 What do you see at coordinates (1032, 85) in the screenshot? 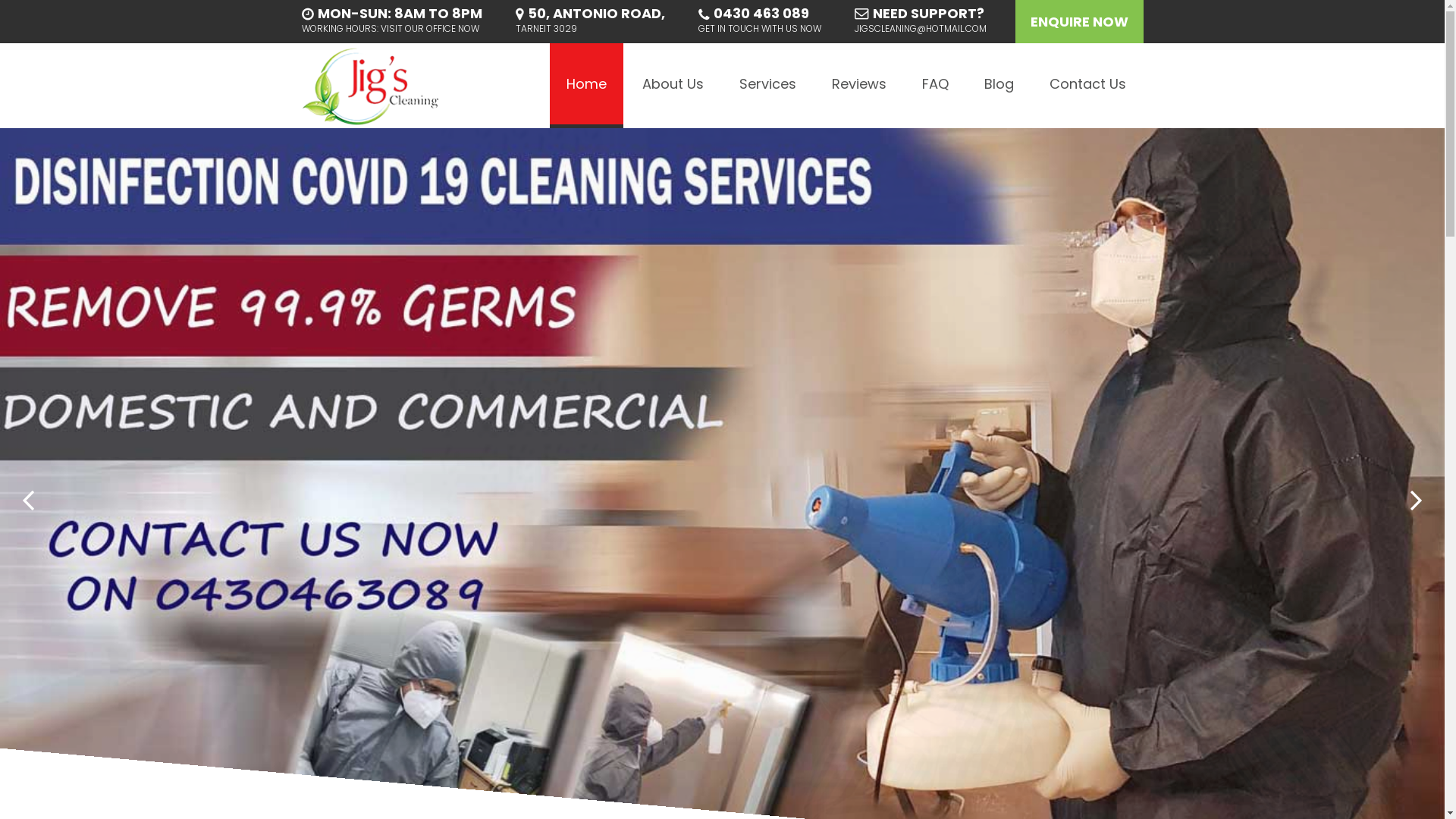
I see `'Contact Us'` at bounding box center [1032, 85].